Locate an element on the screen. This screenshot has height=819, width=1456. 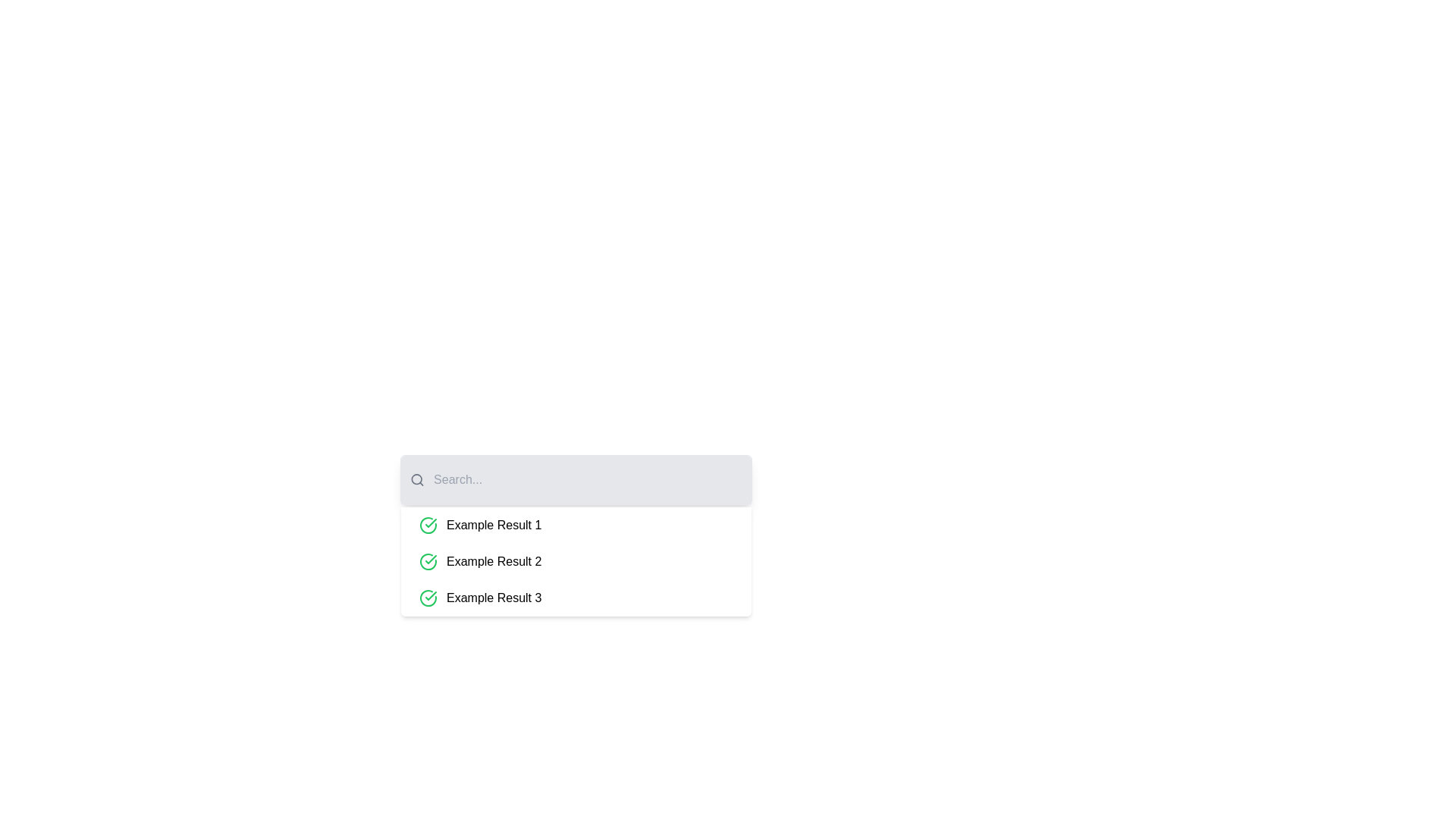
the third List item in the vertical list is located at coordinates (575, 598).